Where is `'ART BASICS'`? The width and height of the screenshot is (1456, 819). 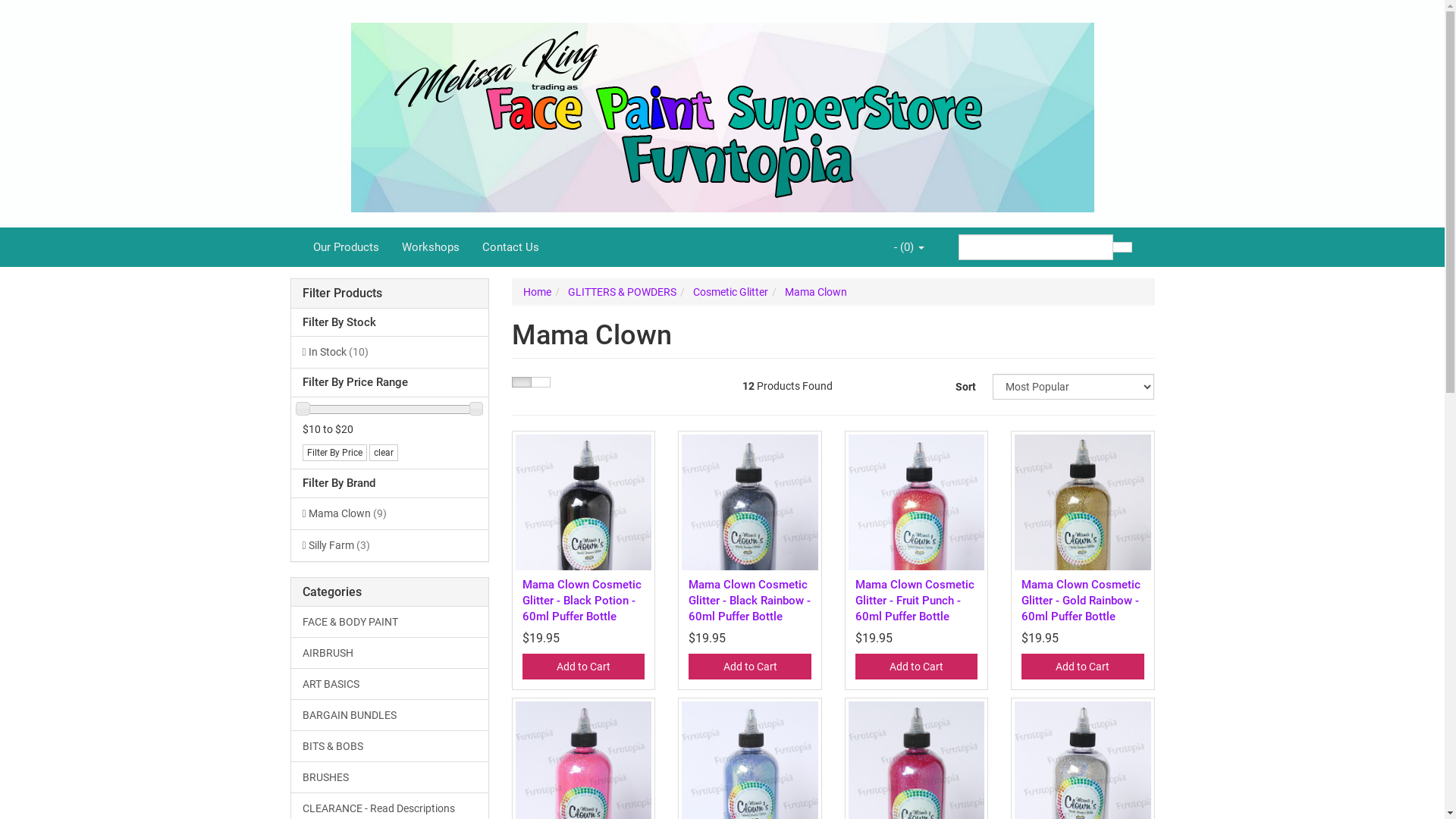
'ART BASICS' is located at coordinates (390, 684).